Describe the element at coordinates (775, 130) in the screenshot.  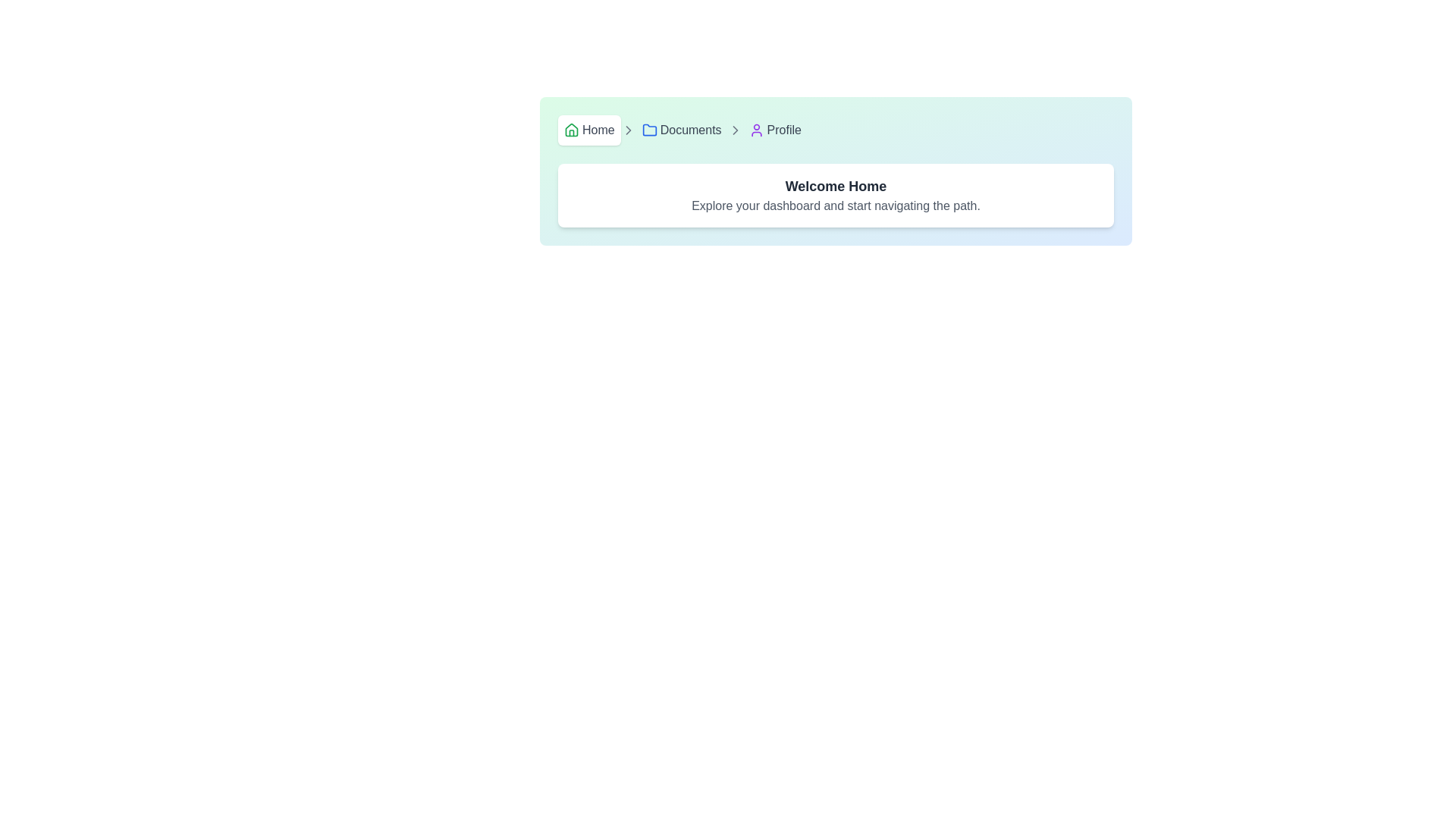
I see `the 'Profile' button in the breadcrumb navigation bar` at that location.